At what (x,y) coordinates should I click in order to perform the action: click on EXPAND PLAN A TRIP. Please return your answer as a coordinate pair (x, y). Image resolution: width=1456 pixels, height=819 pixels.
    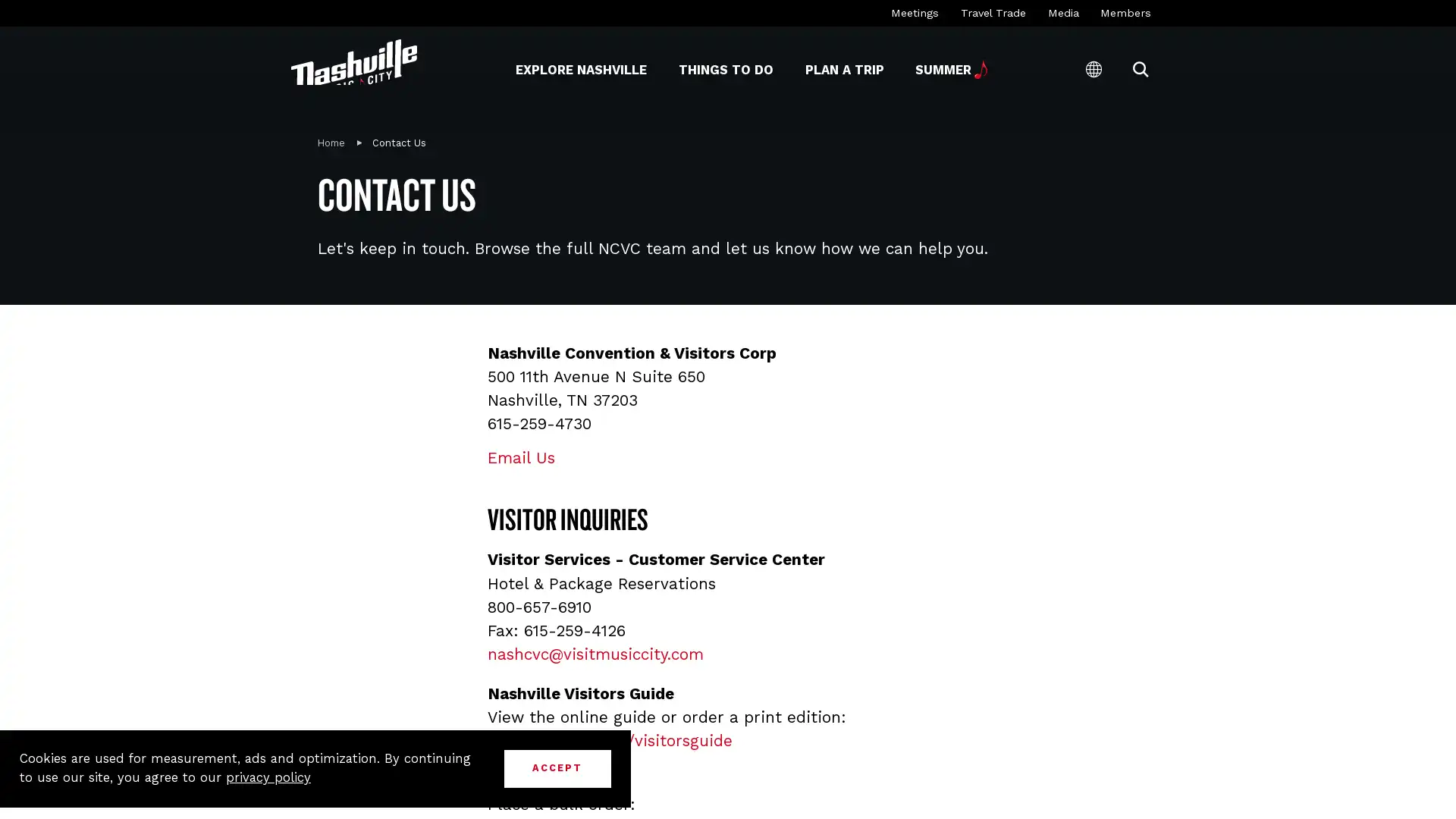
    Looking at the image, I should click on (803, 69).